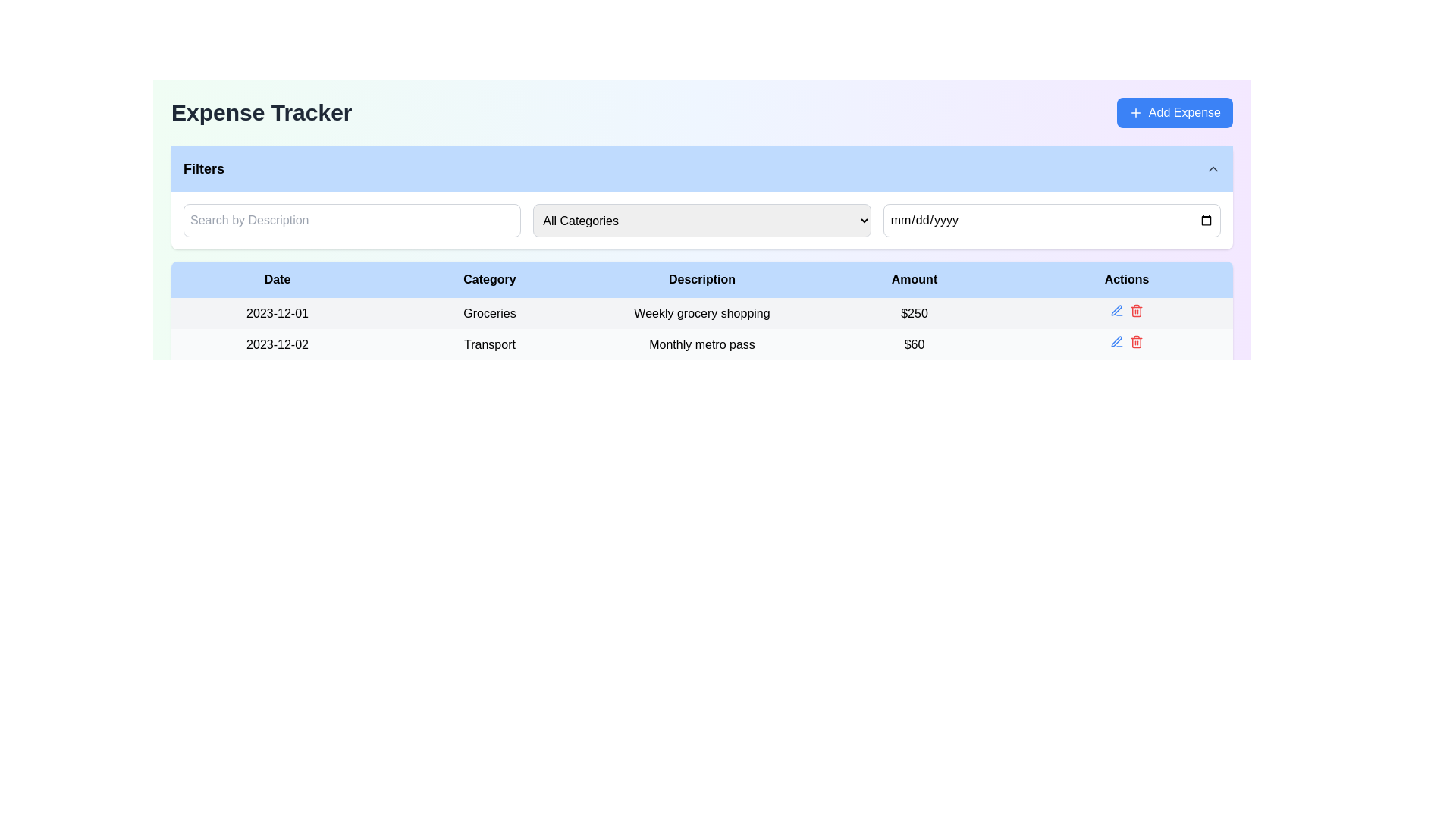 This screenshot has height=819, width=1456. What do you see at coordinates (1136, 342) in the screenshot?
I see `the delete button located in the 'Actions' column of the second row of the table to initiate a delete action for the entry 'Transport' with a description of 'Monthly metro pass'` at bounding box center [1136, 342].